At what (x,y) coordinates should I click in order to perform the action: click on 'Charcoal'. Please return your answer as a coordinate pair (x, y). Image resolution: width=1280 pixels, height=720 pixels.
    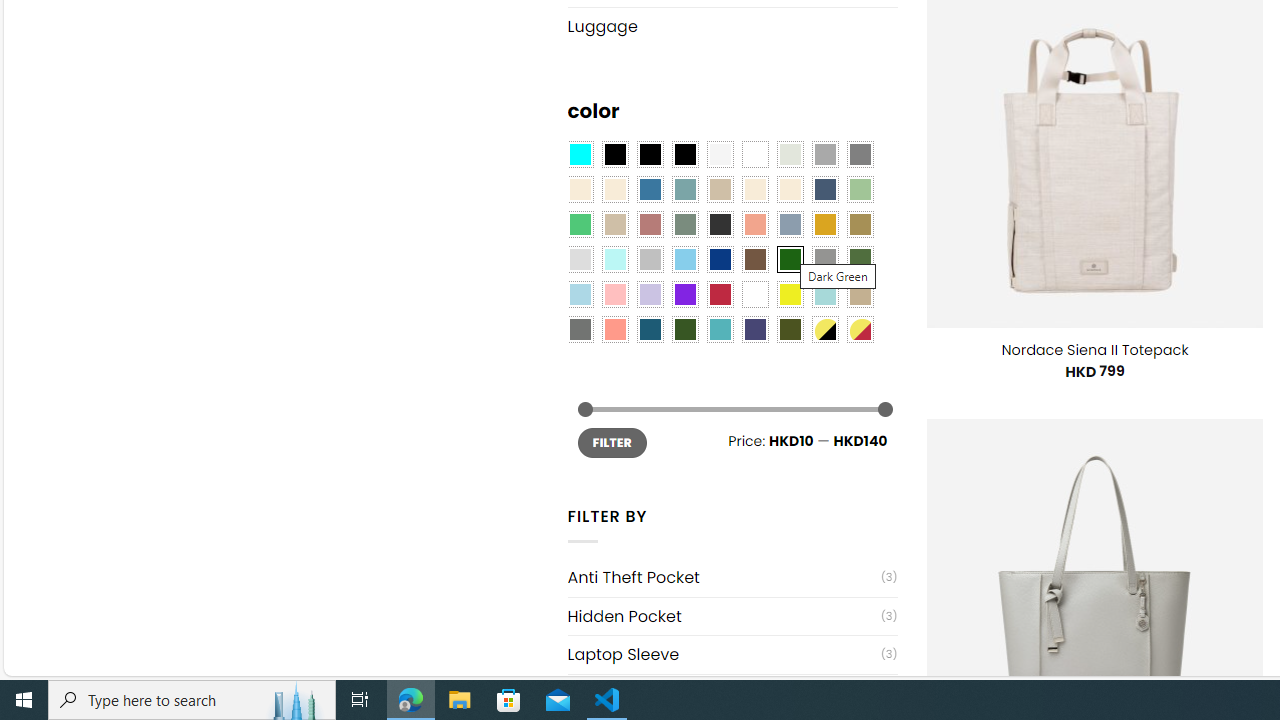
    Looking at the image, I should click on (720, 225).